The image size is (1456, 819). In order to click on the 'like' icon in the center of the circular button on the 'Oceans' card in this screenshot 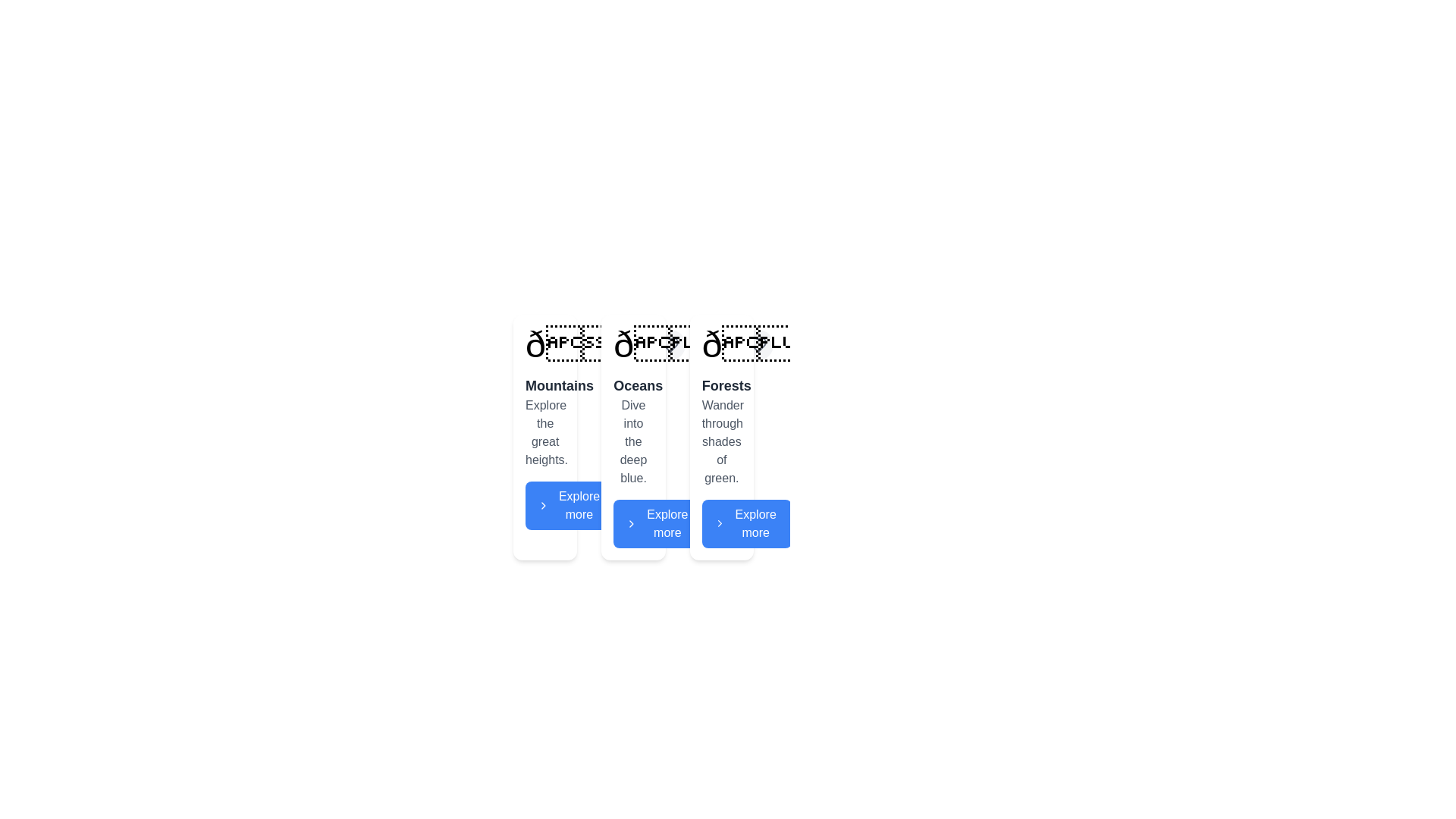, I will do `click(669, 345)`.